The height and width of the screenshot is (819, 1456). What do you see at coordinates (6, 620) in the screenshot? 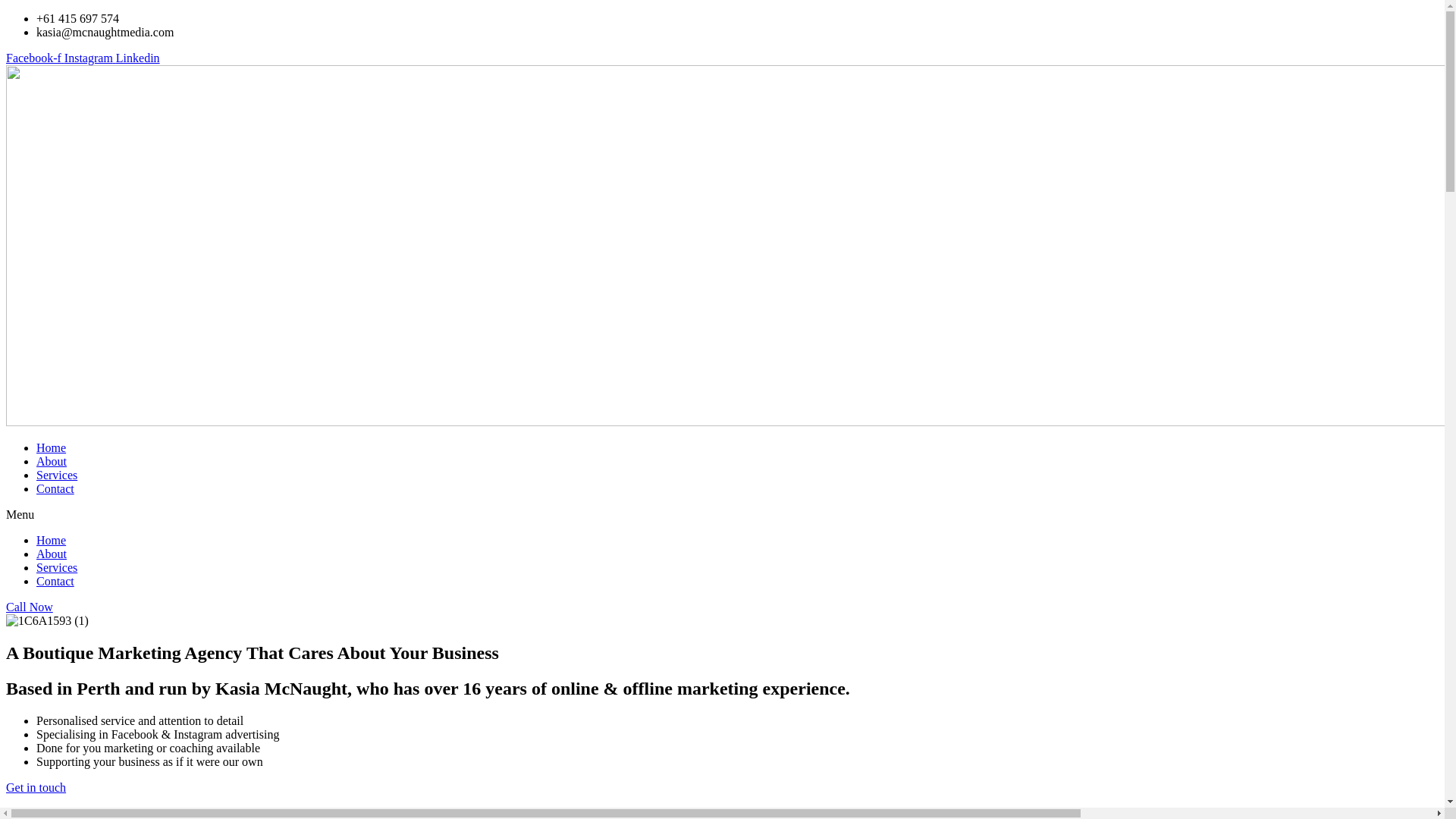
I see `'1C6A1593 (1)'` at bounding box center [6, 620].